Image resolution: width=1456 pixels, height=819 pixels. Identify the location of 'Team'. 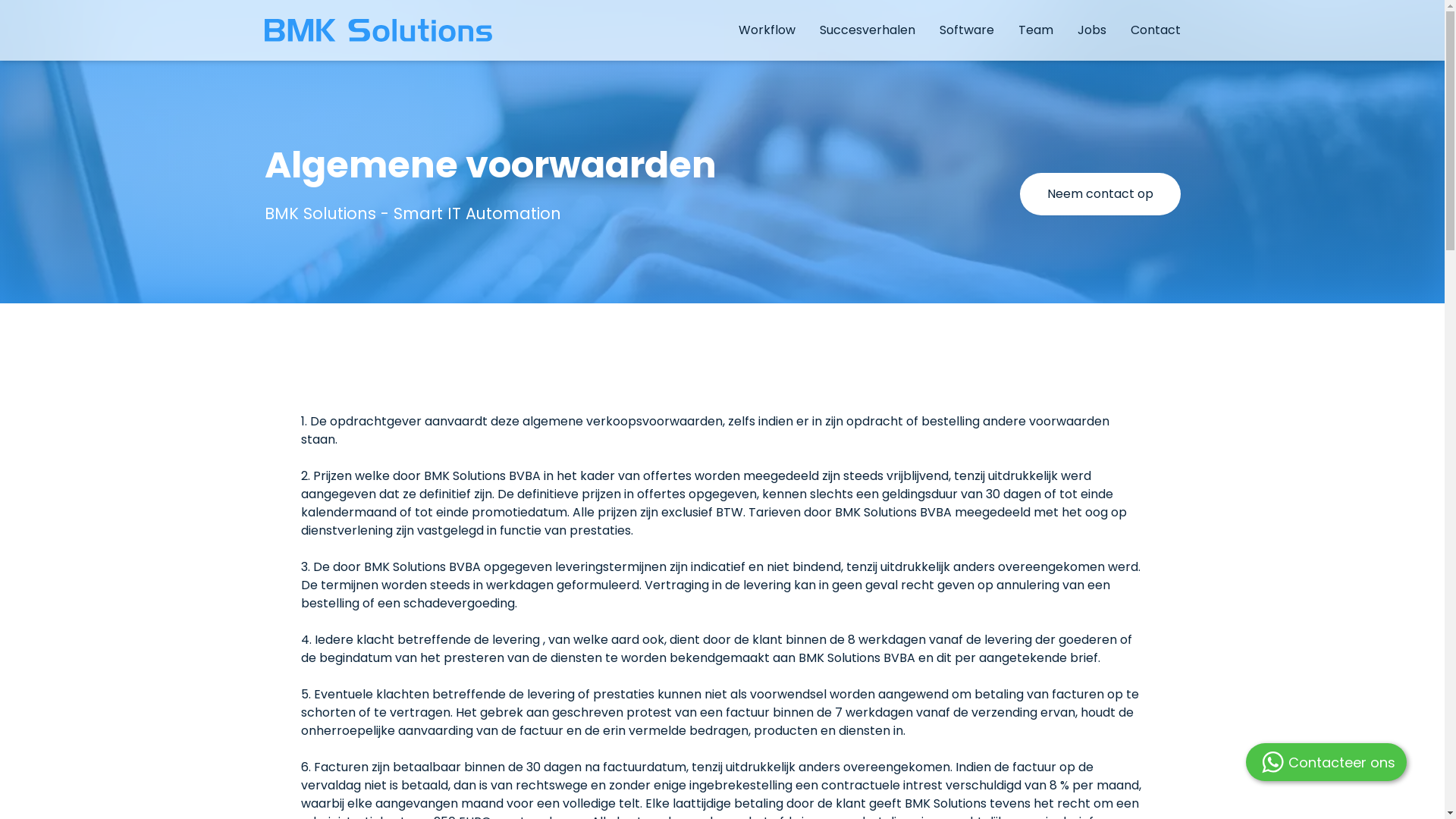
(1034, 30).